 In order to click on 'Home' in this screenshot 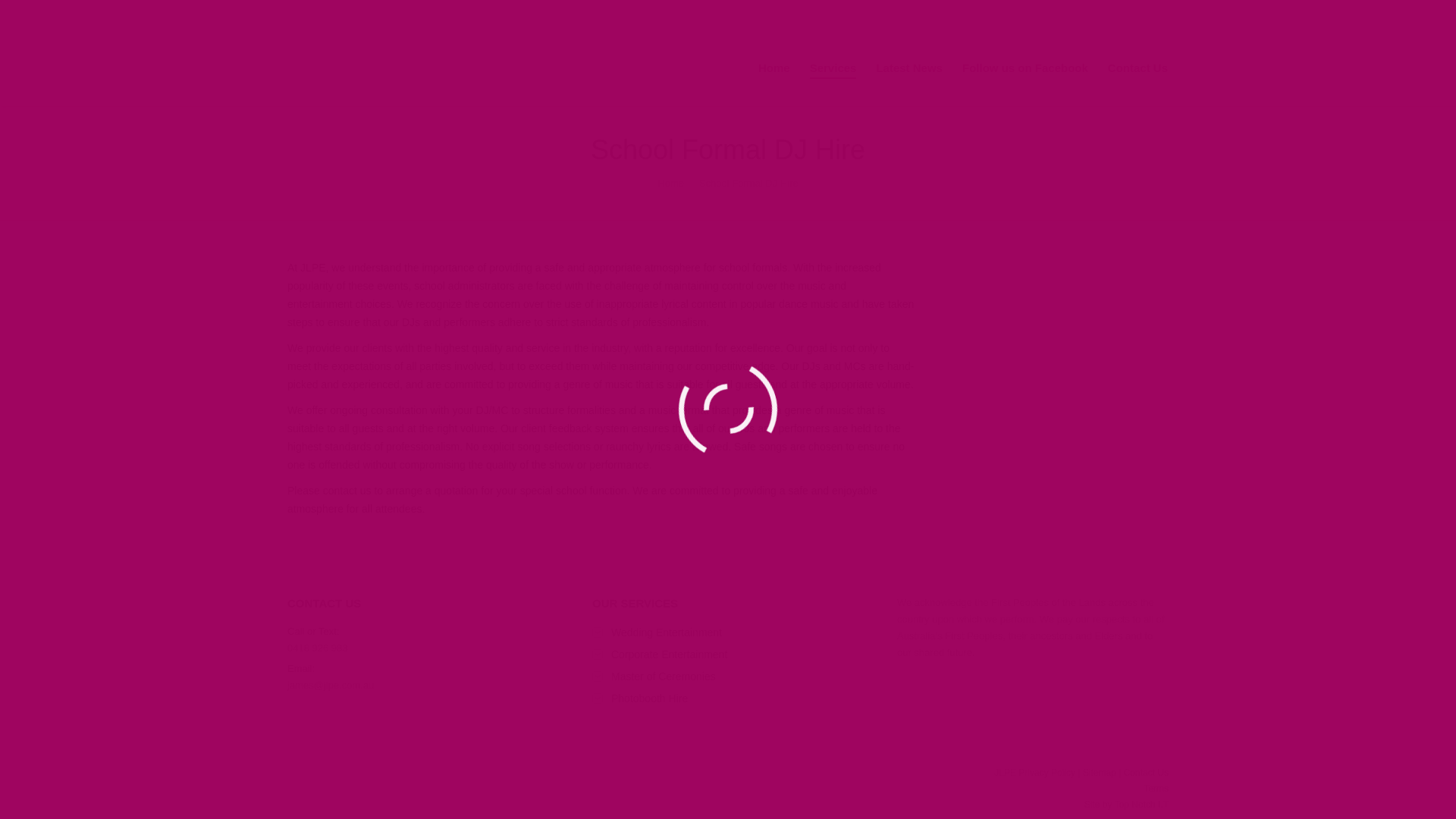, I will do `click(774, 68)`.